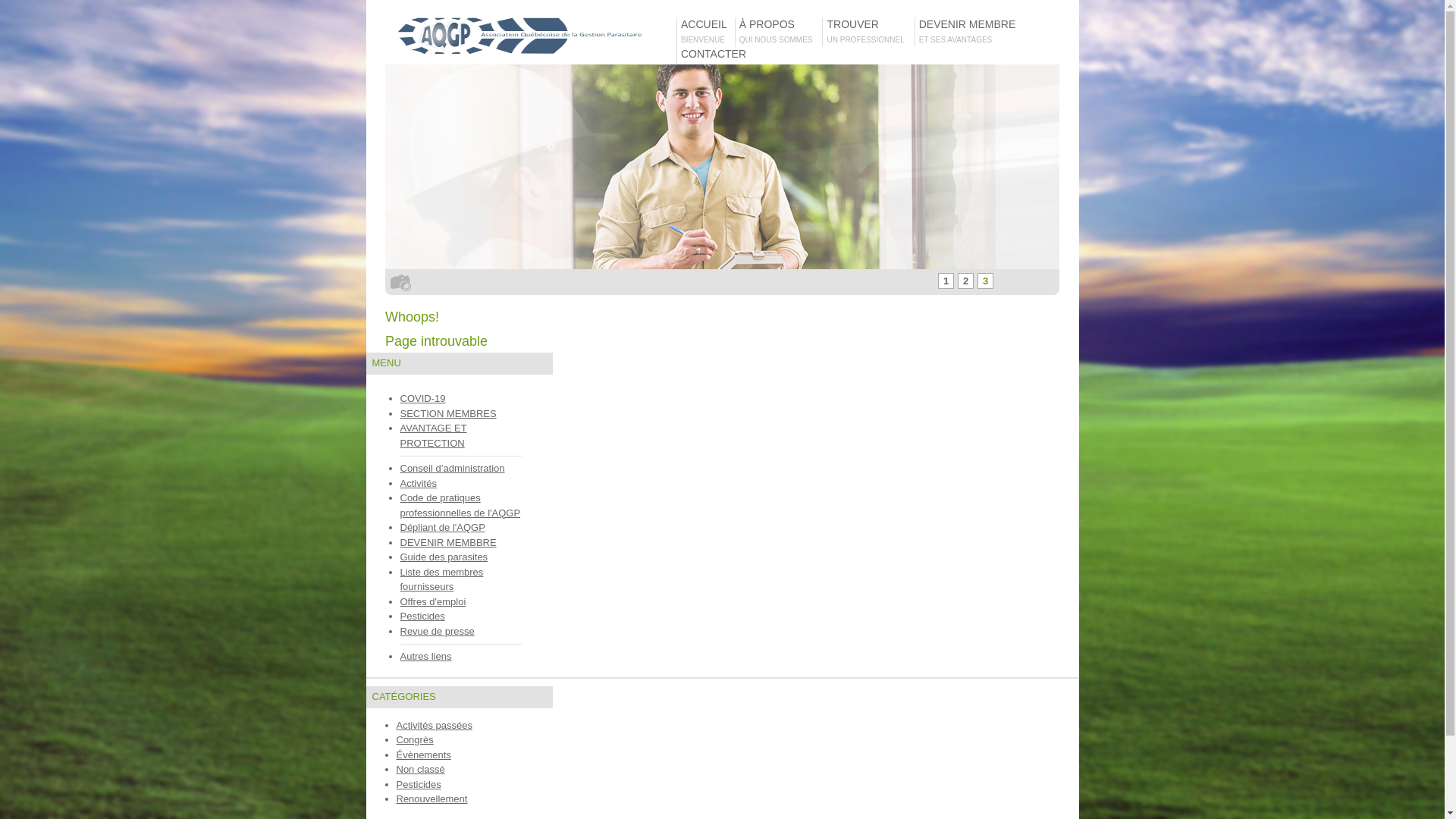 This screenshot has width=1456, height=819. What do you see at coordinates (441, 579) in the screenshot?
I see `'Liste des membres fournisseurs'` at bounding box center [441, 579].